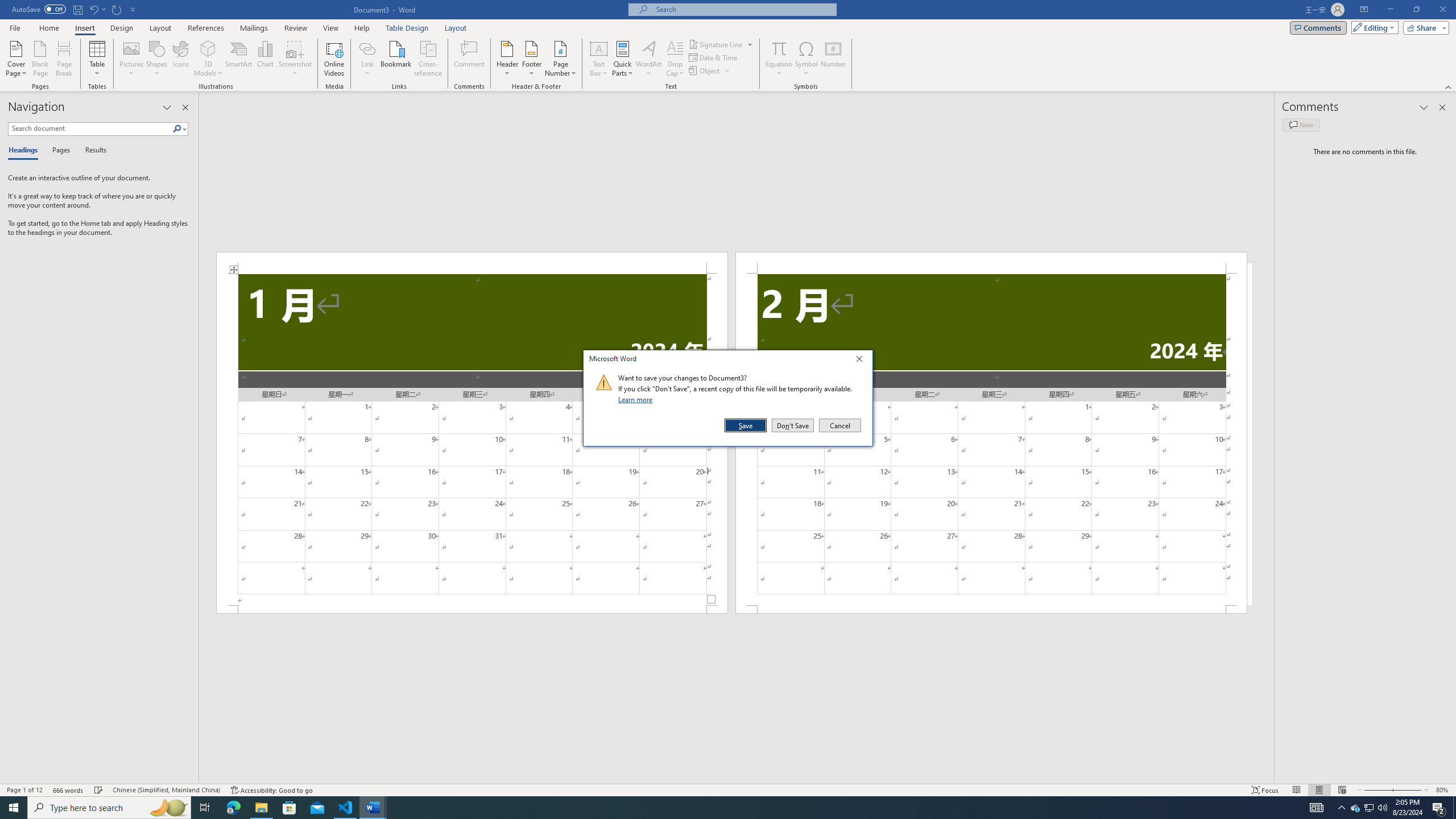 Image resolution: width=1456 pixels, height=819 pixels. What do you see at coordinates (295, 59) in the screenshot?
I see `'Screenshot'` at bounding box center [295, 59].